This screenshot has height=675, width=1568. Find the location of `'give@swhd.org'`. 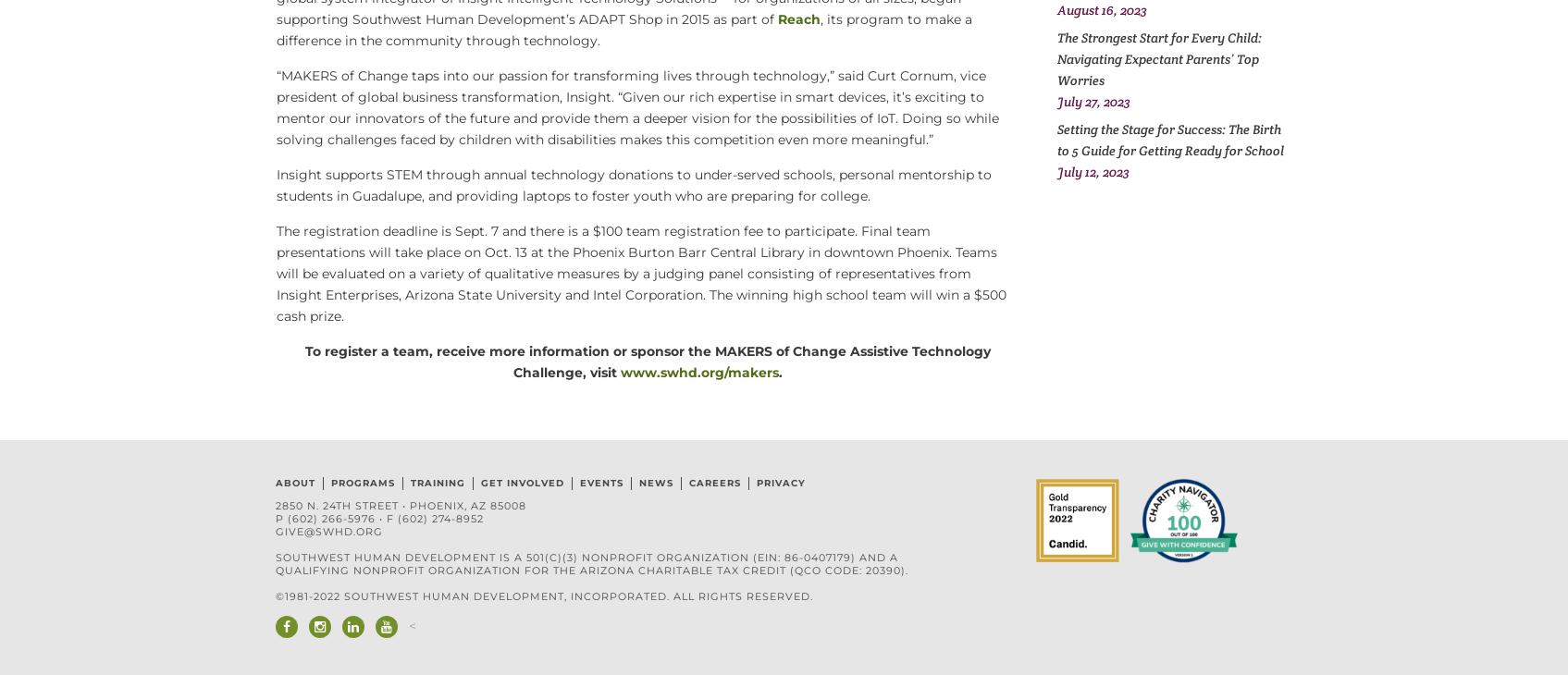

'give@swhd.org' is located at coordinates (327, 532).